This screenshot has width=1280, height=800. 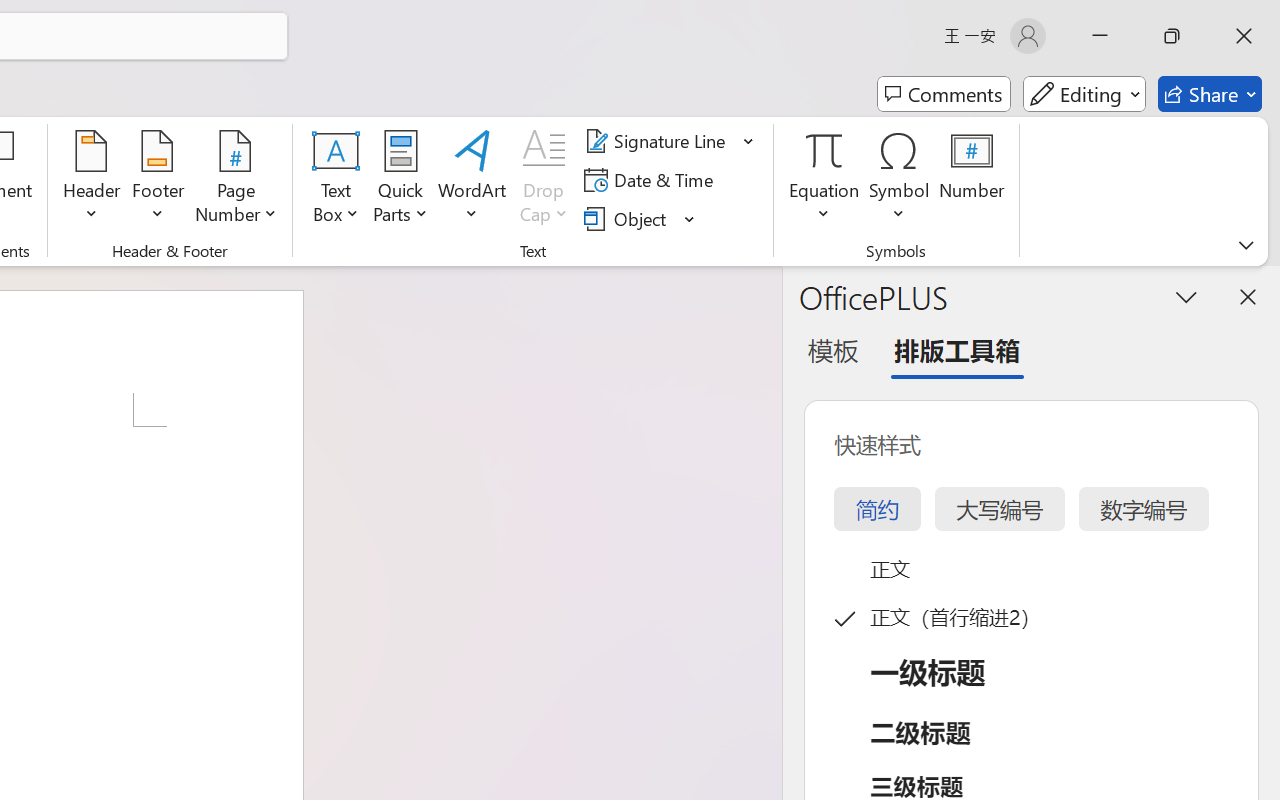 What do you see at coordinates (157, 179) in the screenshot?
I see `'Footer'` at bounding box center [157, 179].